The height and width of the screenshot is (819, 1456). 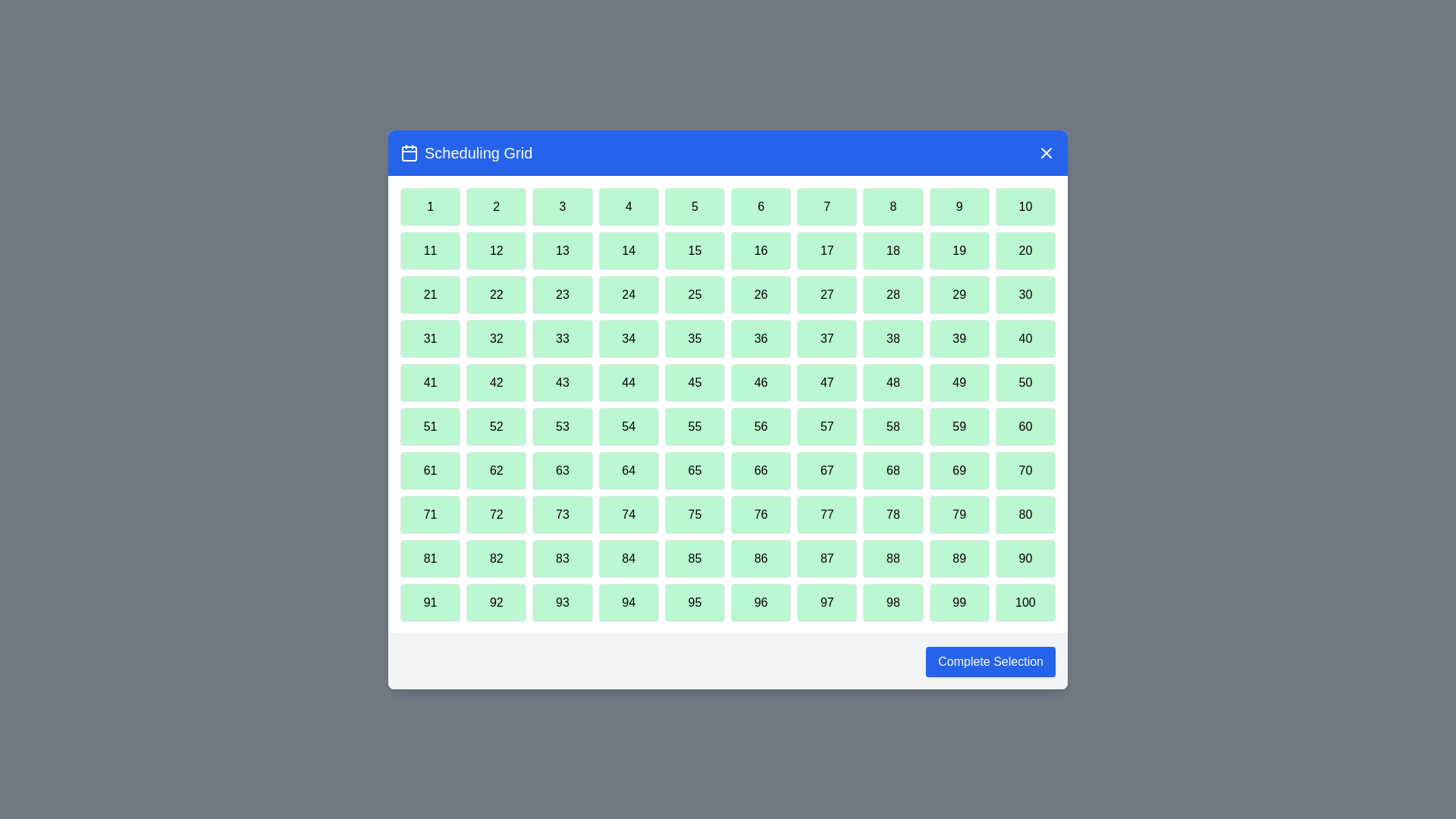 I want to click on the close icon in the header to close the dialog, so click(x=1046, y=152).